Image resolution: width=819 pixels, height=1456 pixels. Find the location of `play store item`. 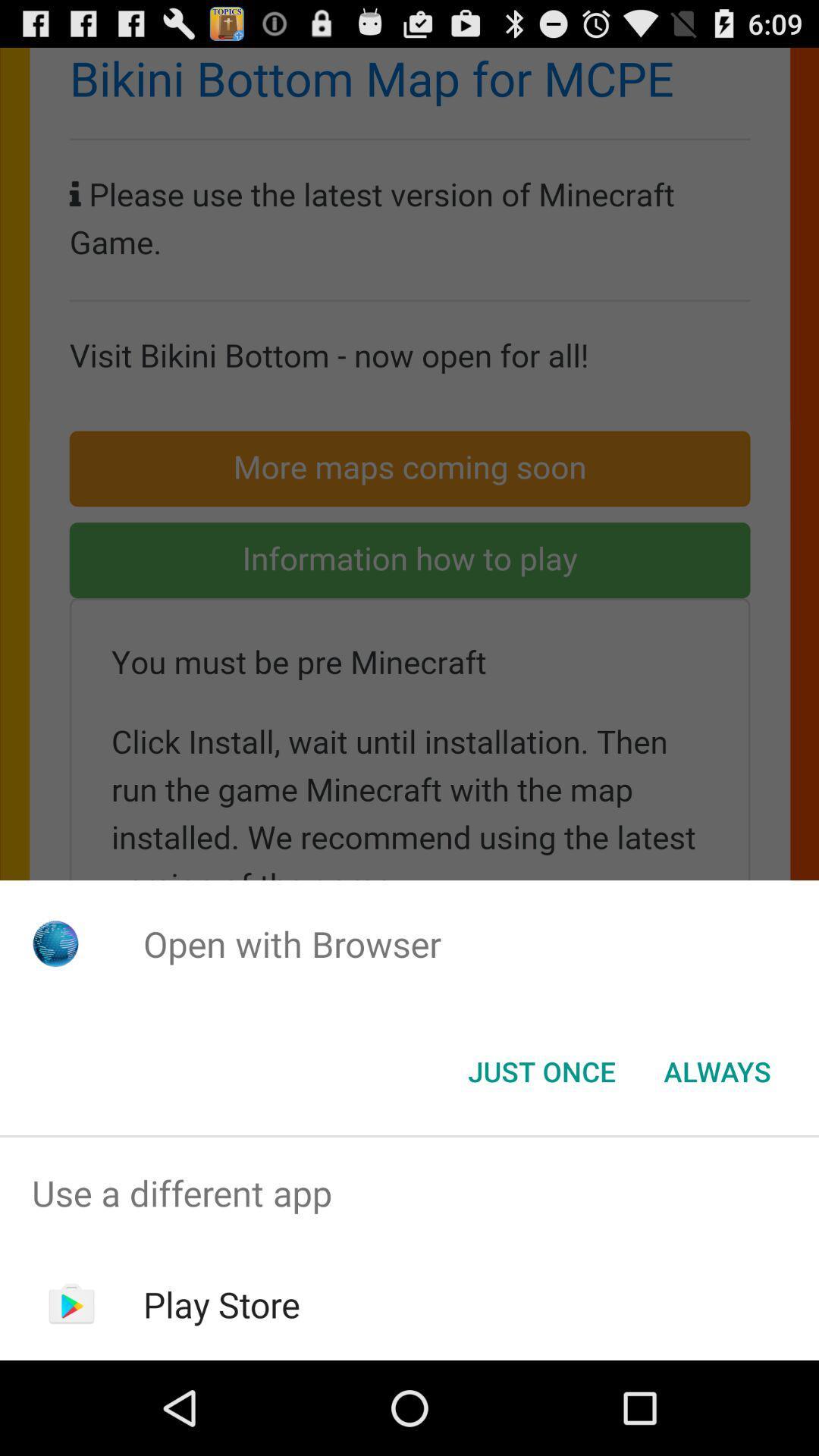

play store item is located at coordinates (221, 1304).